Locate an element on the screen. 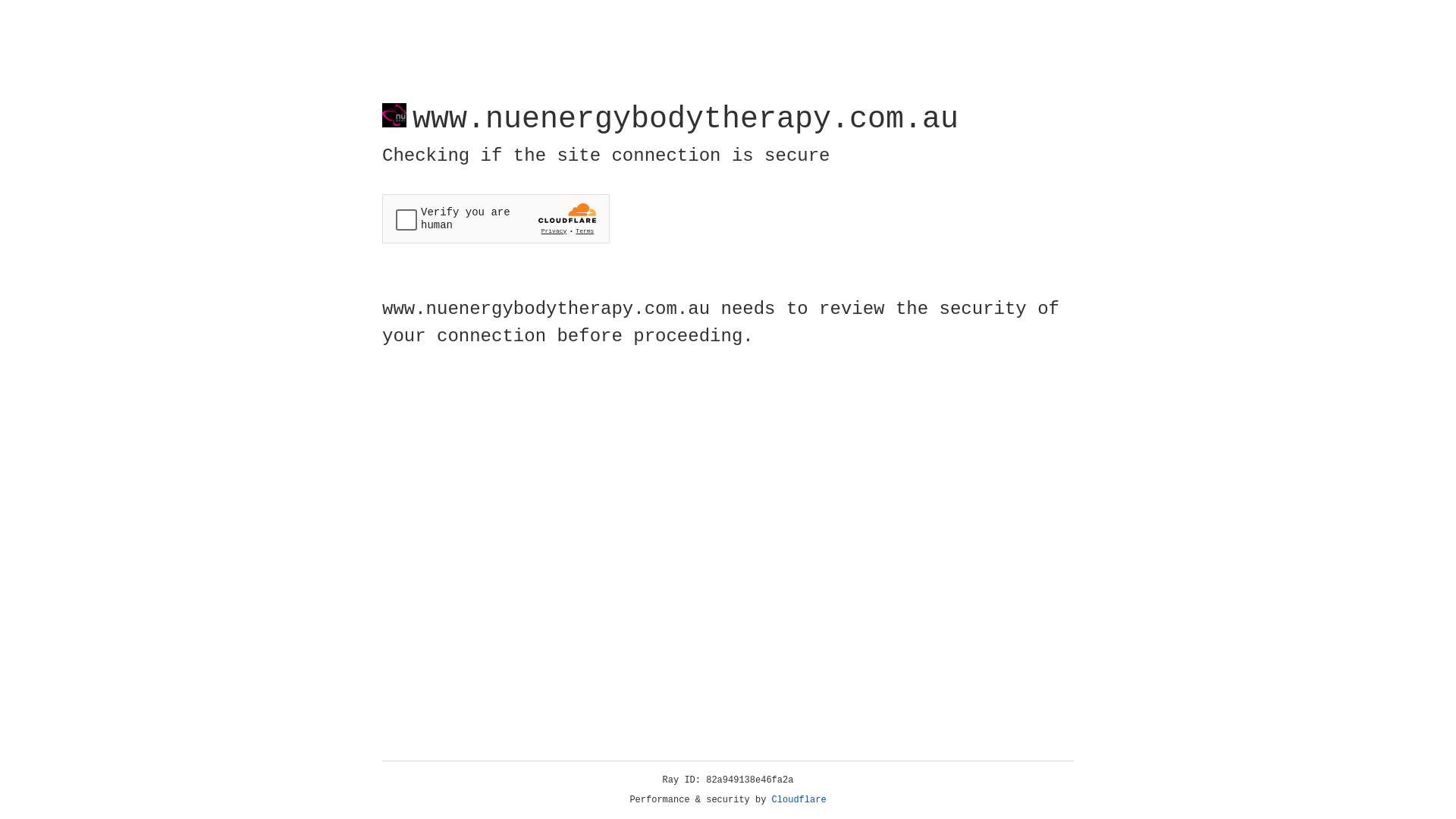 This screenshot has height=819, width=1456. 'Widget containing a Cloudflare security challenge' is located at coordinates (495, 218).